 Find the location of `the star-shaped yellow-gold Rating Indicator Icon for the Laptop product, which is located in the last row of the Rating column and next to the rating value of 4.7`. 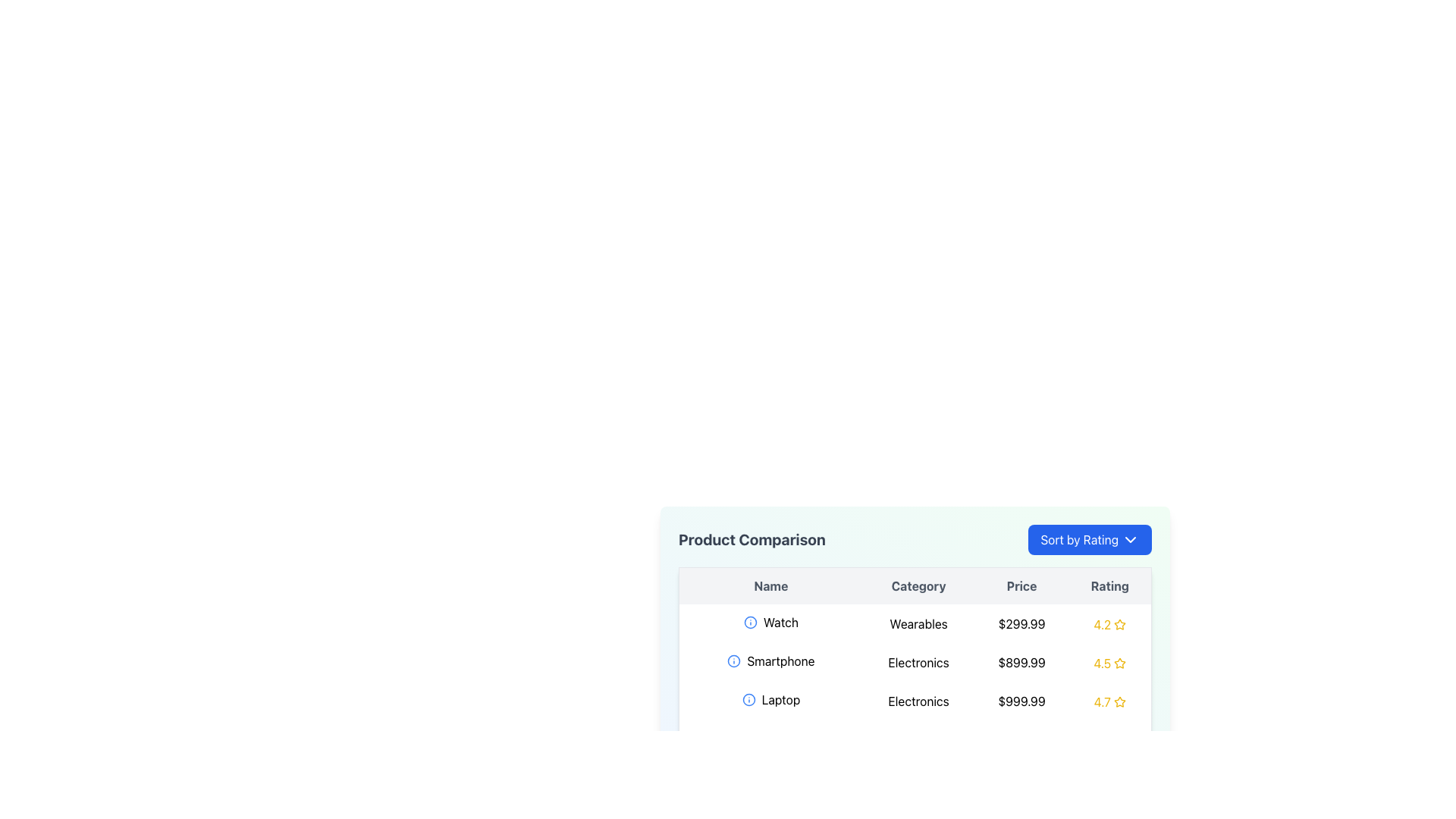

the star-shaped yellow-gold Rating Indicator Icon for the Laptop product, which is located in the last row of the Rating column and next to the rating value of 4.7 is located at coordinates (1119, 701).